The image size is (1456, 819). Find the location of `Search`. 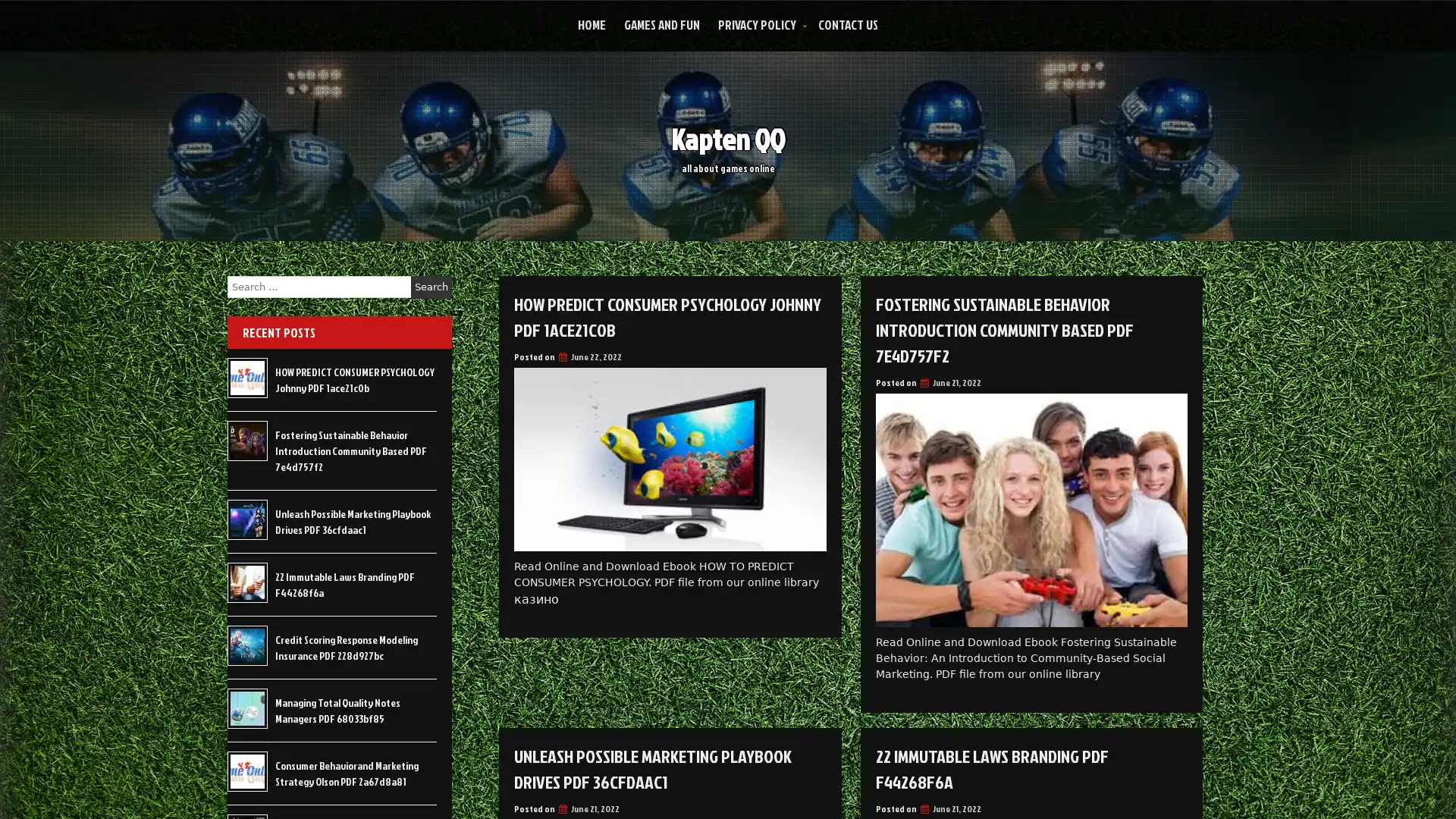

Search is located at coordinates (431, 287).